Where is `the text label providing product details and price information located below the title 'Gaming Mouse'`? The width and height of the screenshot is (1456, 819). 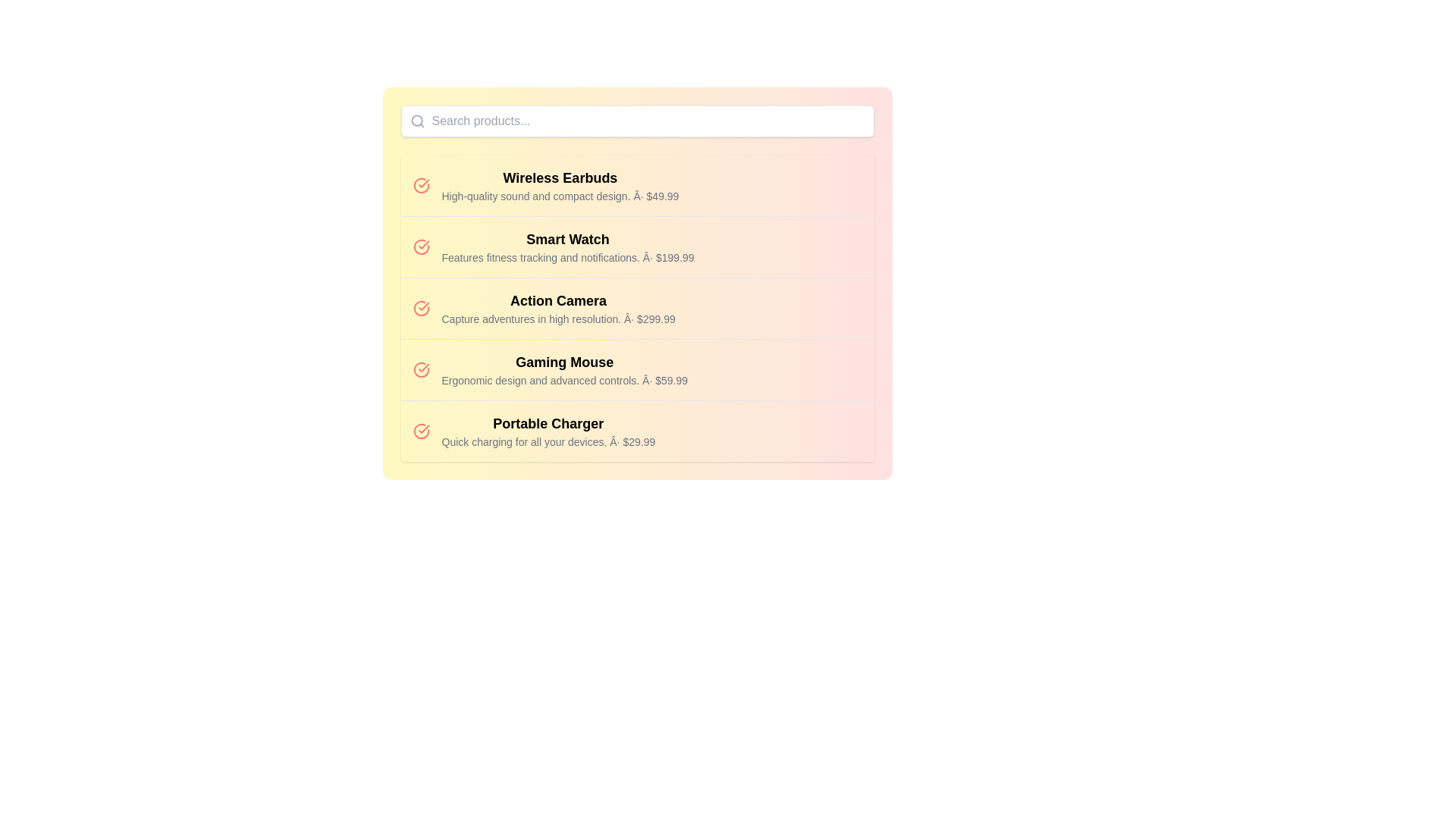 the text label providing product details and price information located below the title 'Gaming Mouse' is located at coordinates (563, 379).